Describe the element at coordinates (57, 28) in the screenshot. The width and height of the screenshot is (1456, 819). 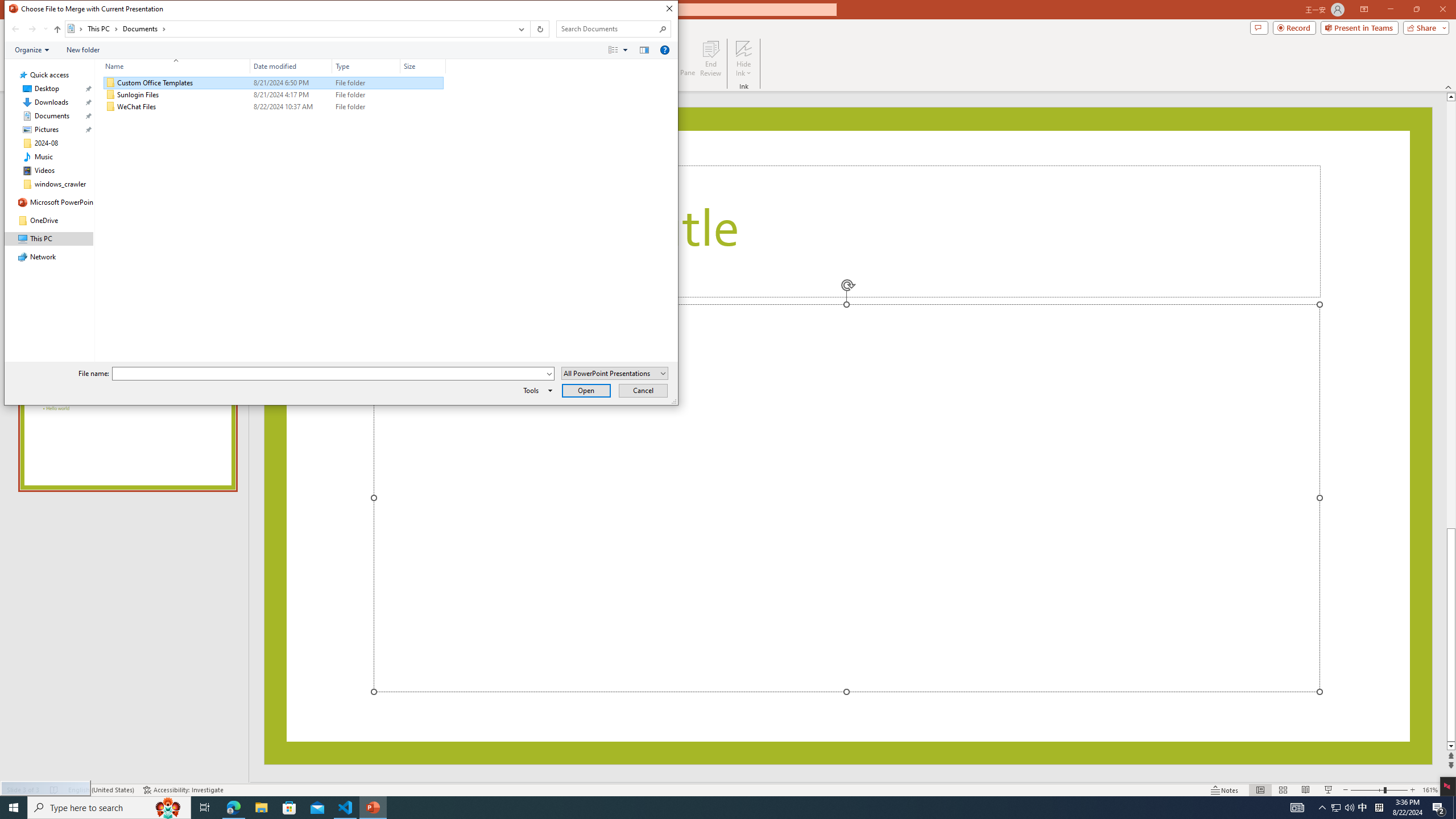
I see `'Up to "This PC" (Alt + Up Arrow)'` at that location.